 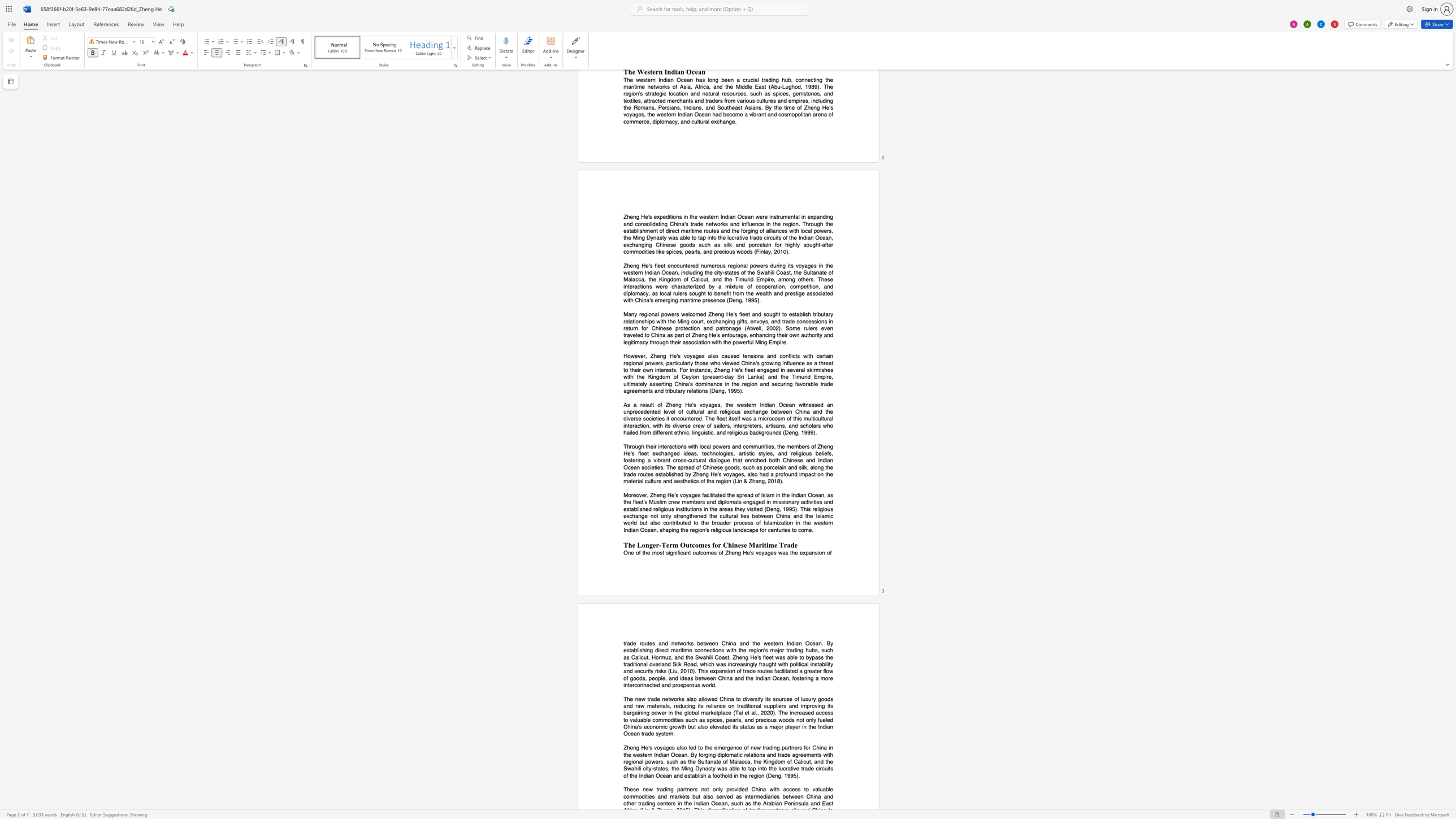 What do you see at coordinates (728, 775) in the screenshot?
I see `the subset text "ld in t" within the text "a foothold in the region (Deng, 1995)."` at bounding box center [728, 775].